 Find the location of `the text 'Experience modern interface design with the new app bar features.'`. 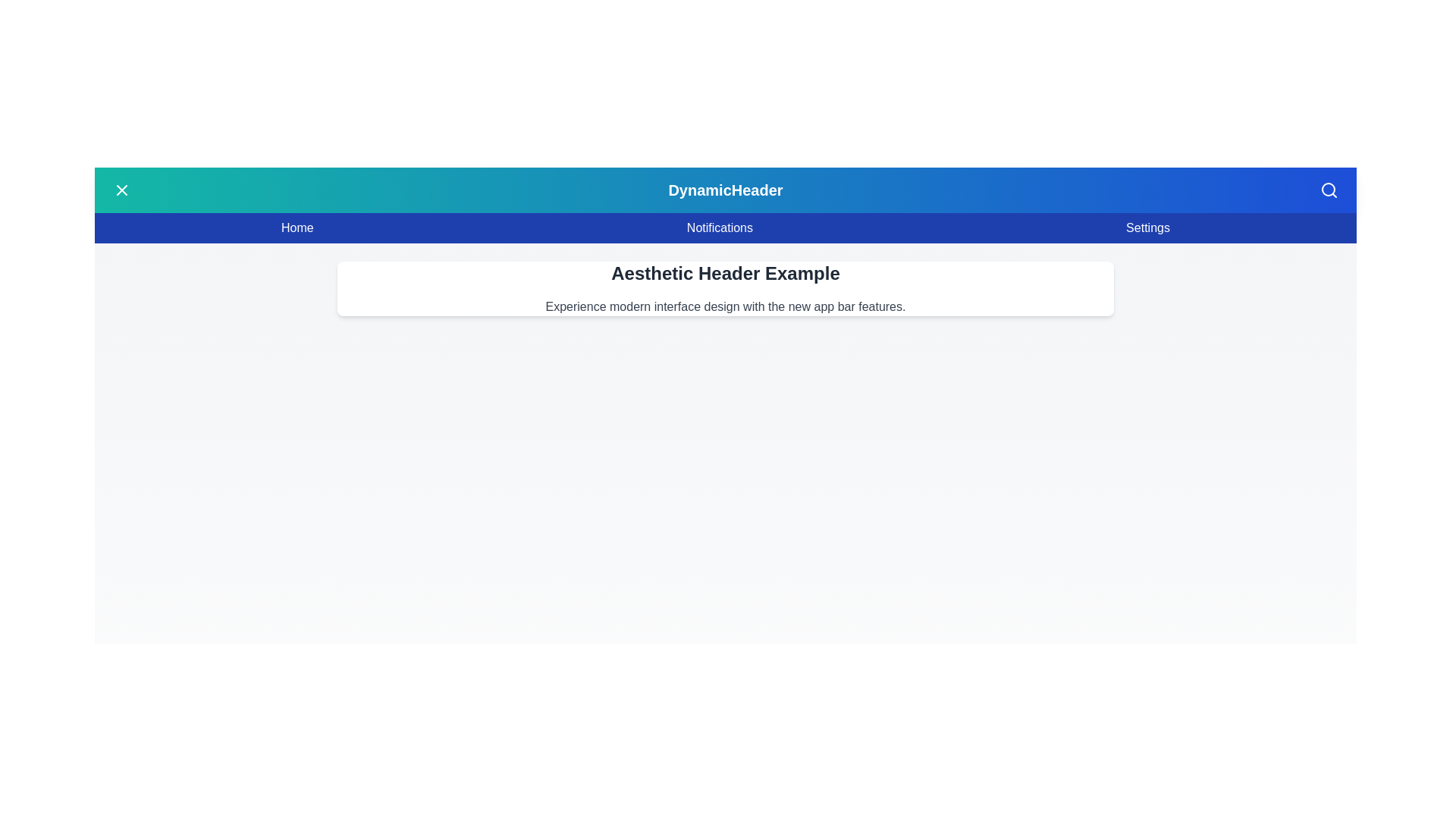

the text 'Experience modern interface design with the new app bar features.' is located at coordinates (724, 307).